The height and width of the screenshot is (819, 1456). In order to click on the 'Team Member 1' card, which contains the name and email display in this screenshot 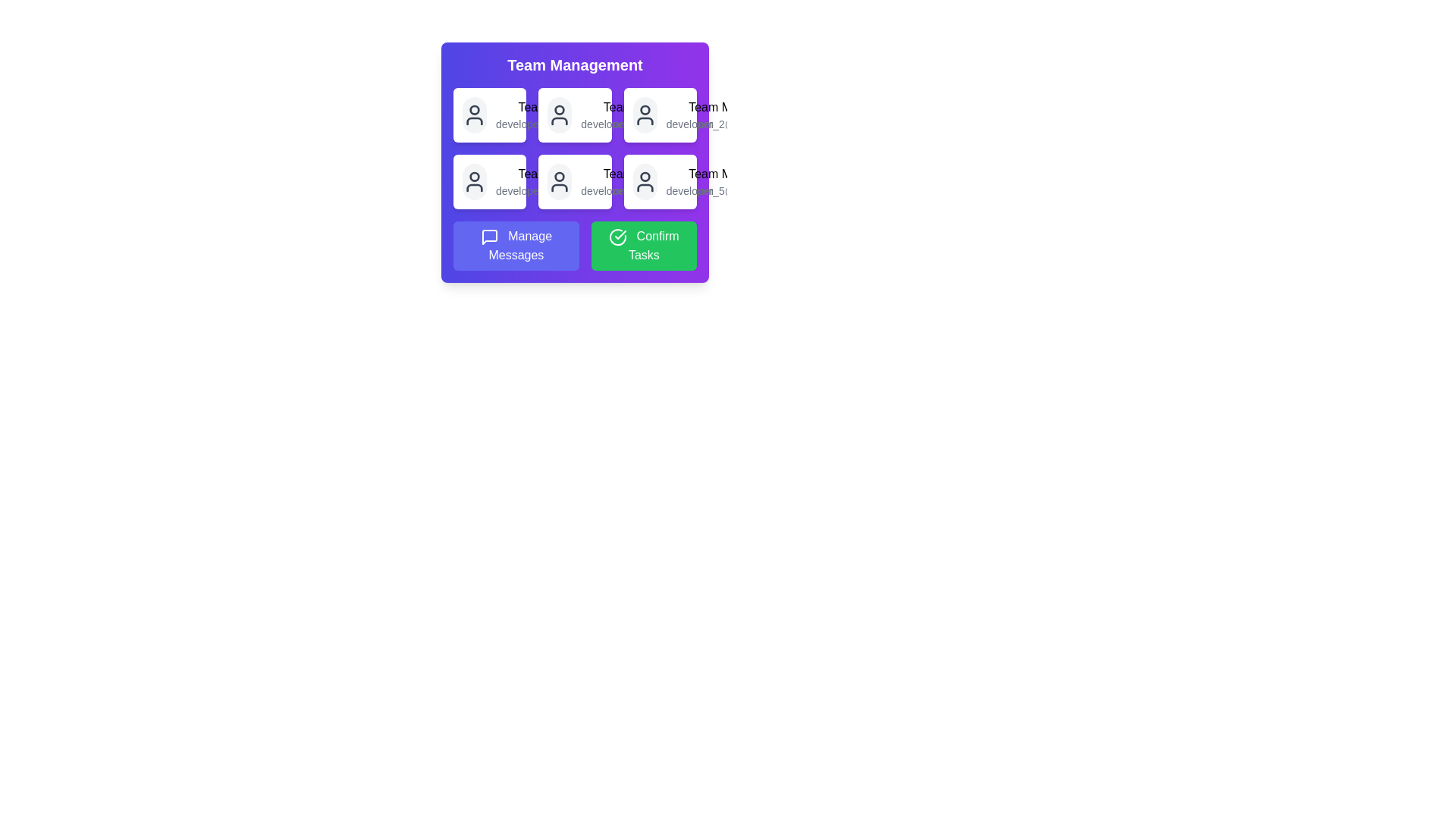, I will do `click(561, 114)`.